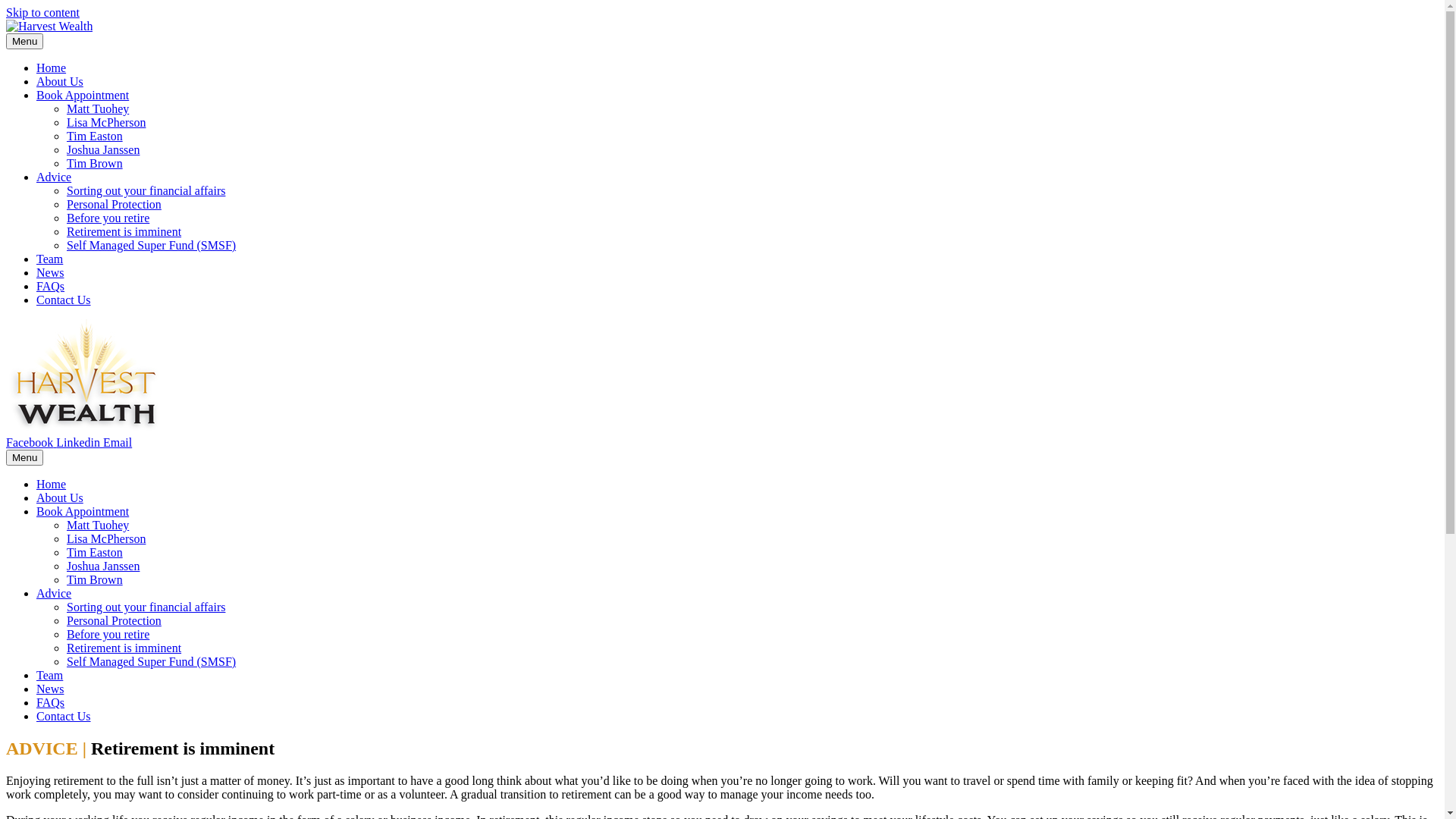  I want to click on 'Team', so click(49, 258).